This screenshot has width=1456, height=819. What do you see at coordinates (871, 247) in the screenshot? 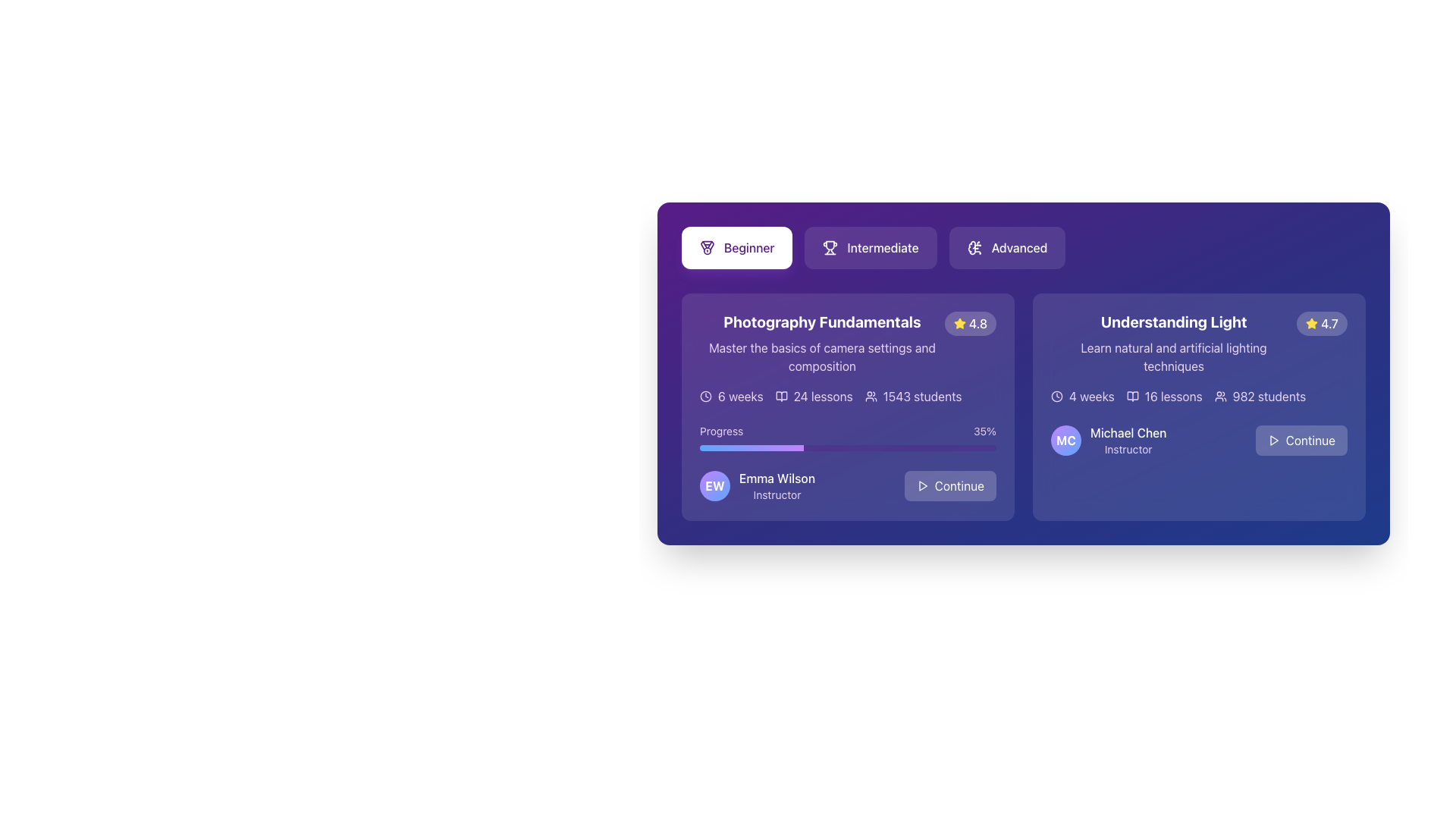
I see `the 'Intermediate' button, which is the second button in a sequence of three for skill level selection` at bounding box center [871, 247].